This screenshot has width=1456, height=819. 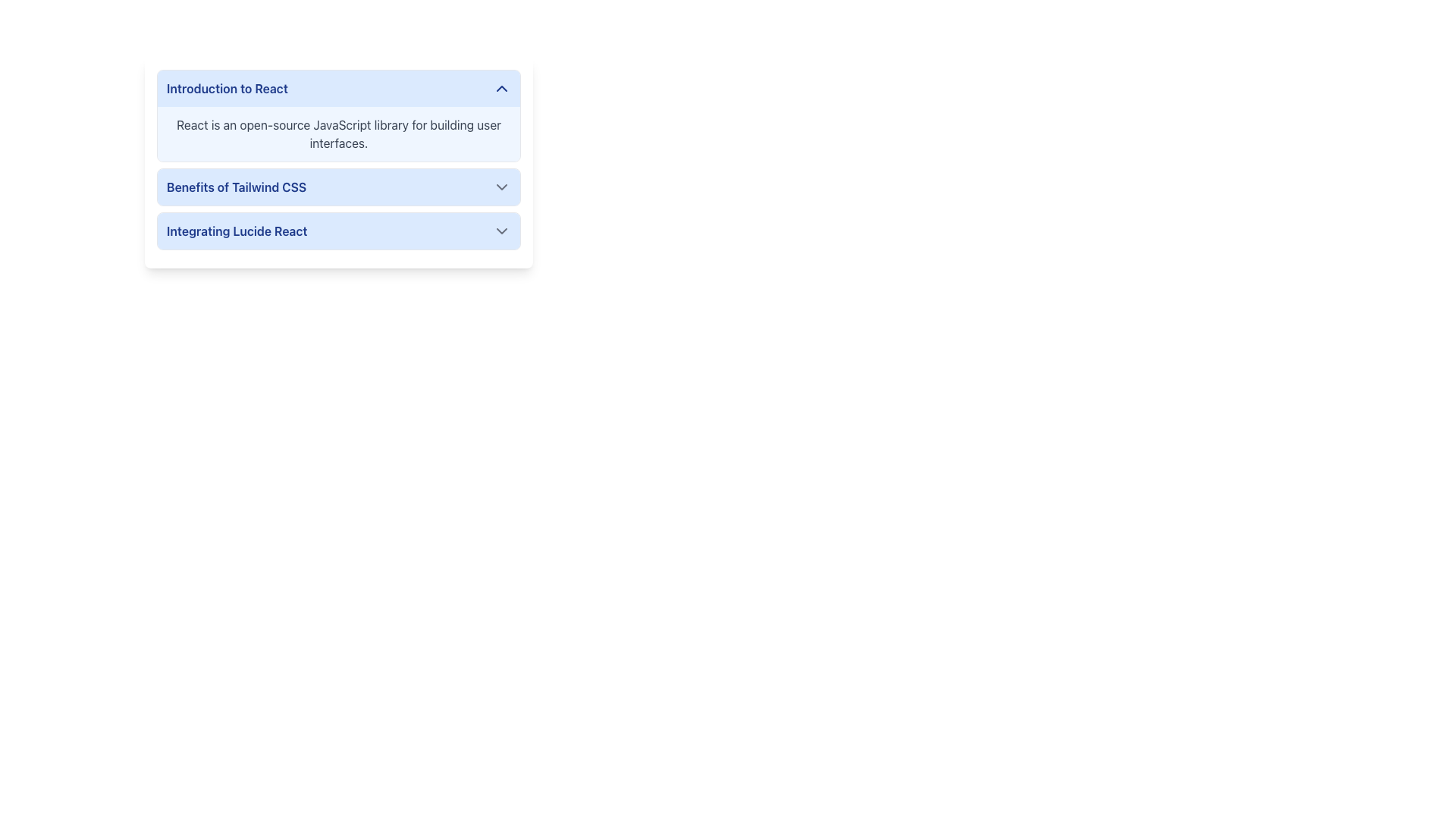 I want to click on text label 'Integrating Lucide React' which is displayed in bold dark blue font centered within a light blue bar in the third section of the vertically stacked list, so click(x=236, y=231).